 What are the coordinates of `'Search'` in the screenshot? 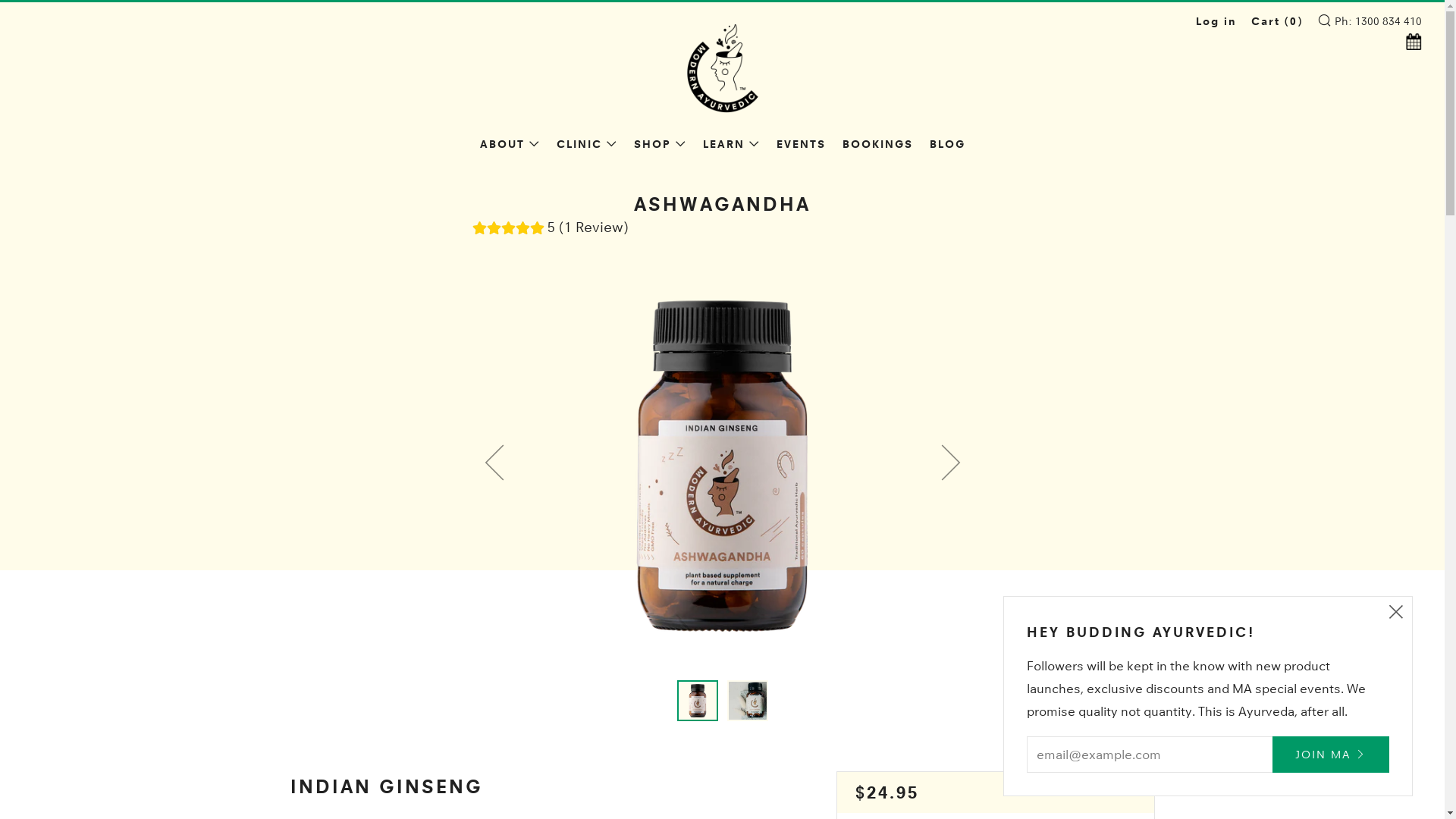 It's located at (1323, 20).